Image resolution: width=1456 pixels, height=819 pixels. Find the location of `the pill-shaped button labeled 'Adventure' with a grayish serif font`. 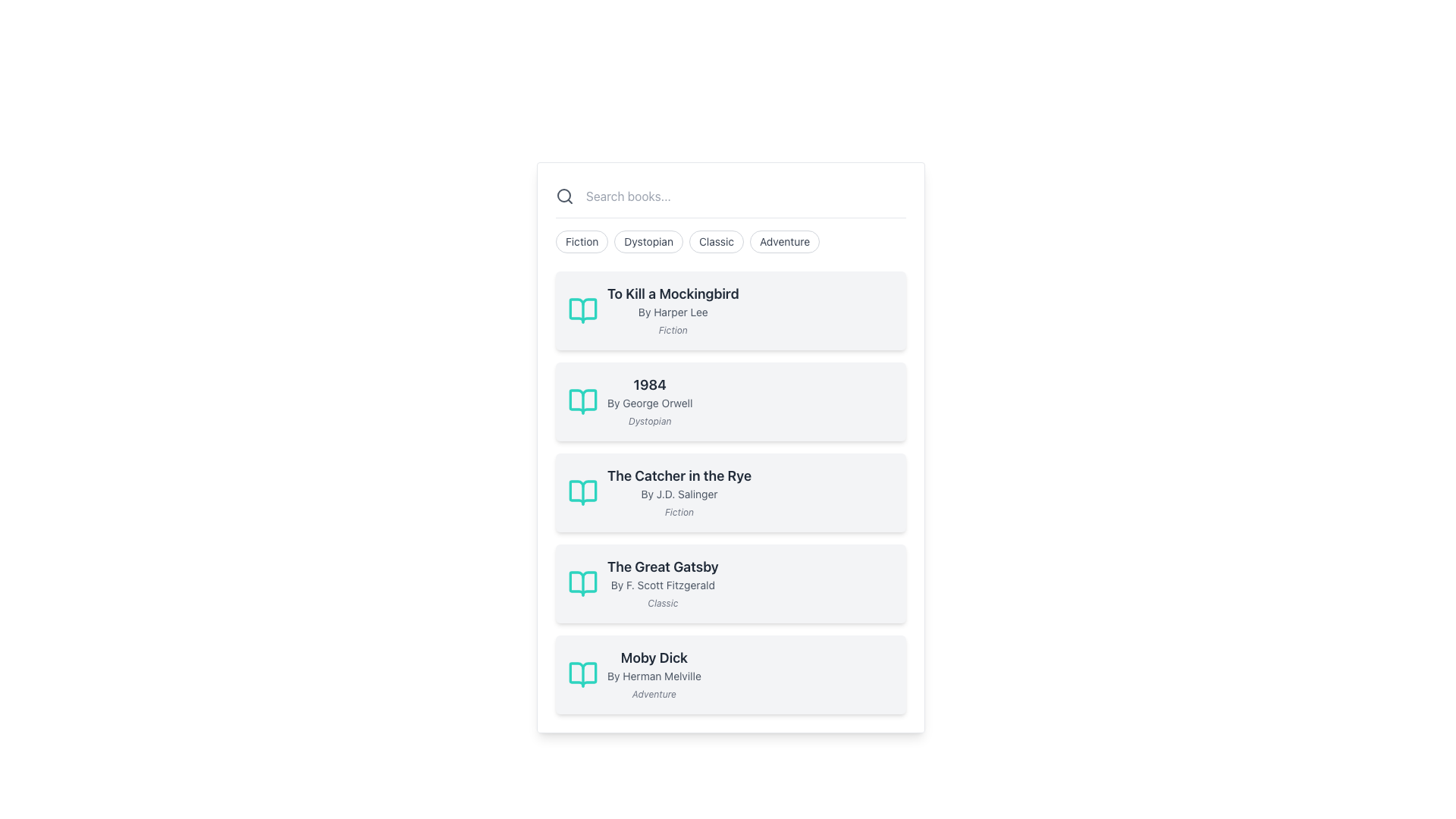

the pill-shaped button labeled 'Adventure' with a grayish serif font is located at coordinates (785, 241).